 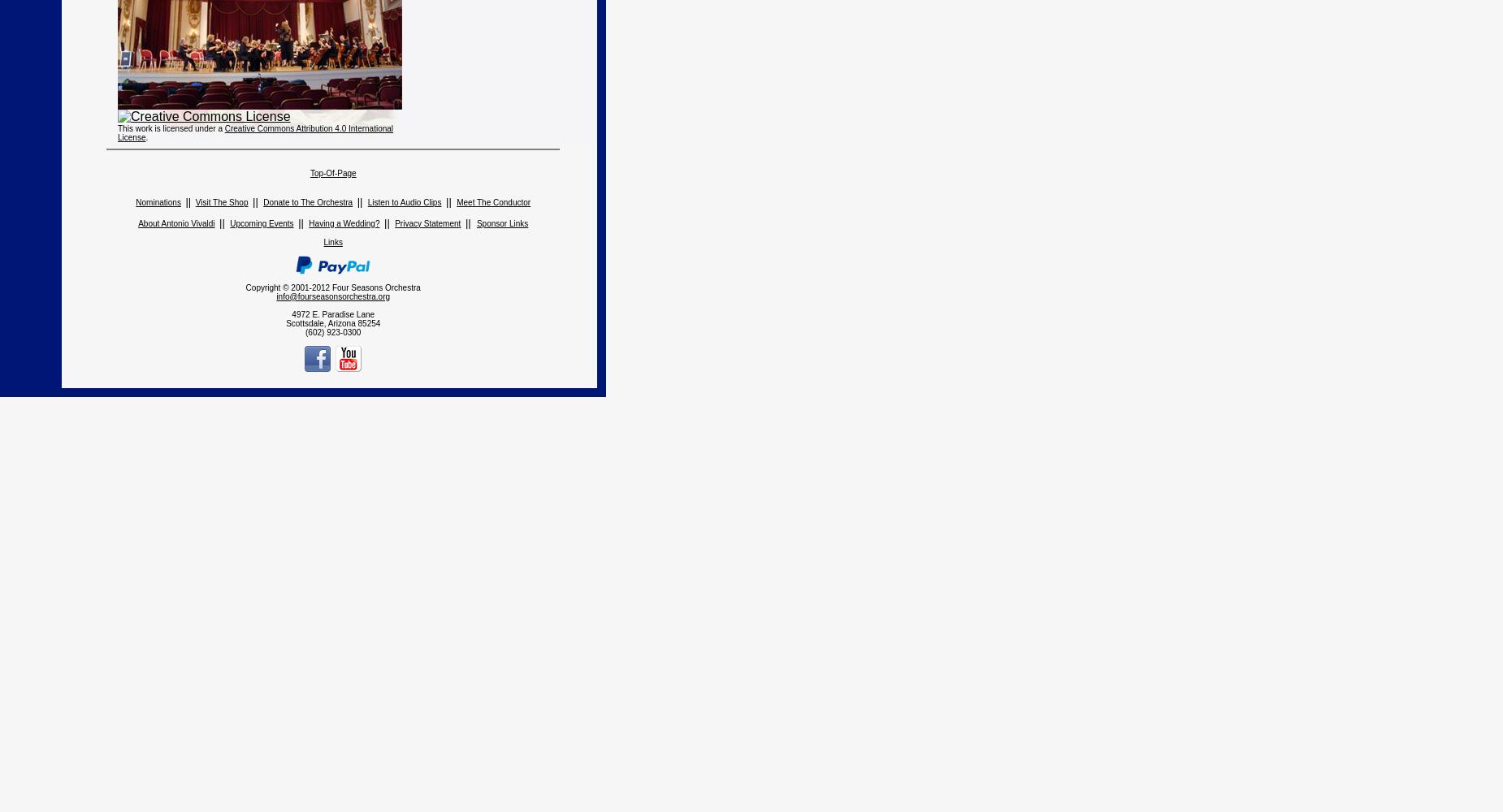 What do you see at coordinates (331, 295) in the screenshot?
I see `'info@fourseasonsorchestra.org'` at bounding box center [331, 295].